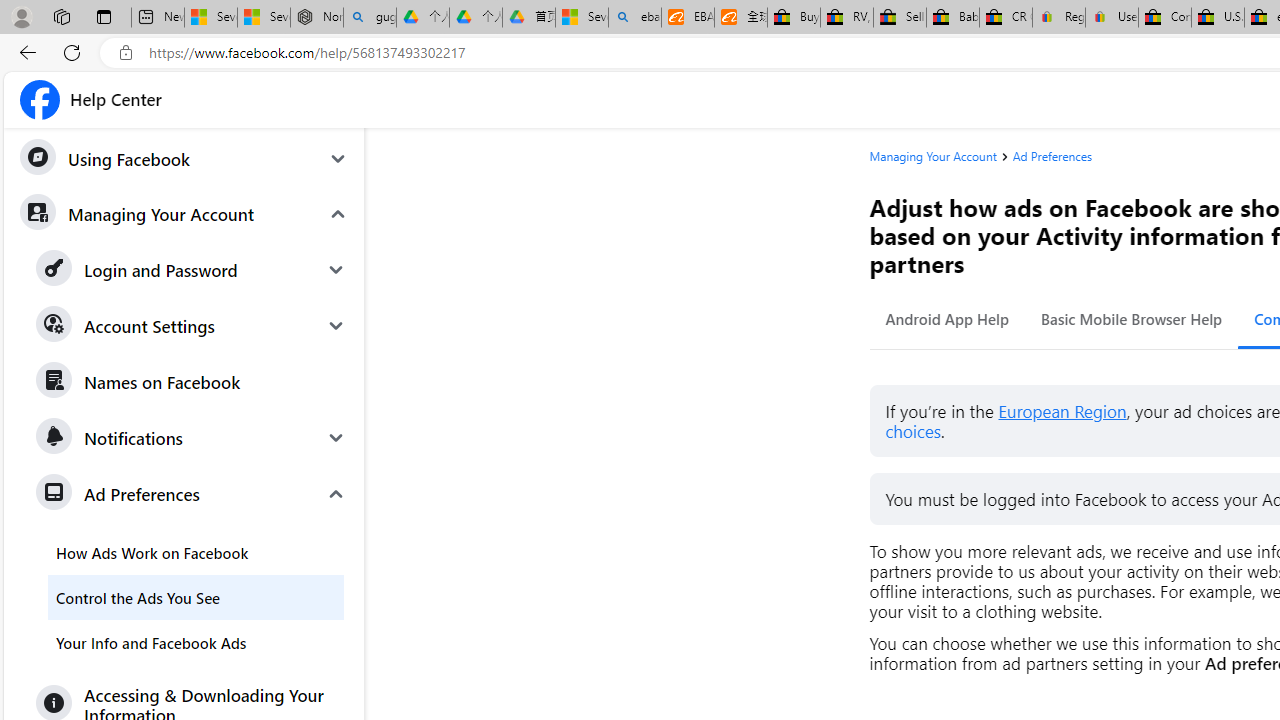 This screenshot has width=1280, height=720. What do you see at coordinates (195, 552) in the screenshot?
I see `'How Ads Work on Facebook'` at bounding box center [195, 552].